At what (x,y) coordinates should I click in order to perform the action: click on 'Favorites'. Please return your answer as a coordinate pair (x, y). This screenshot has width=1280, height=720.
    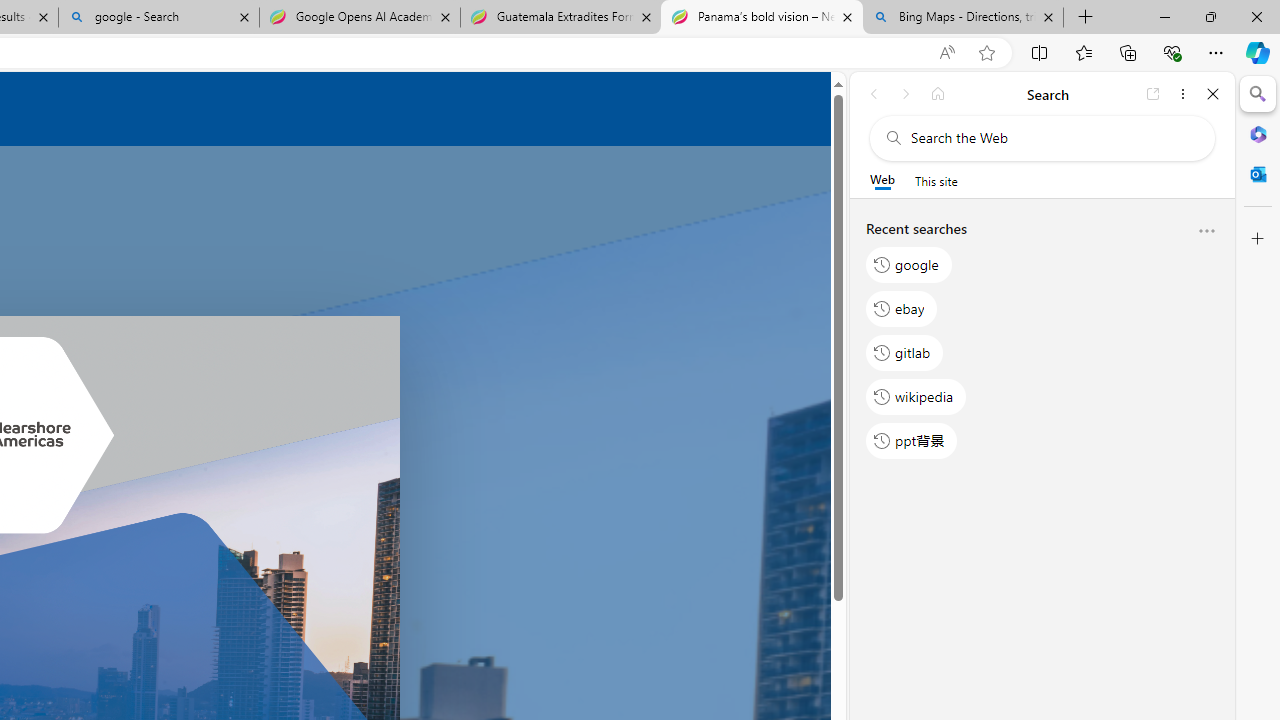
    Looking at the image, I should click on (1082, 51).